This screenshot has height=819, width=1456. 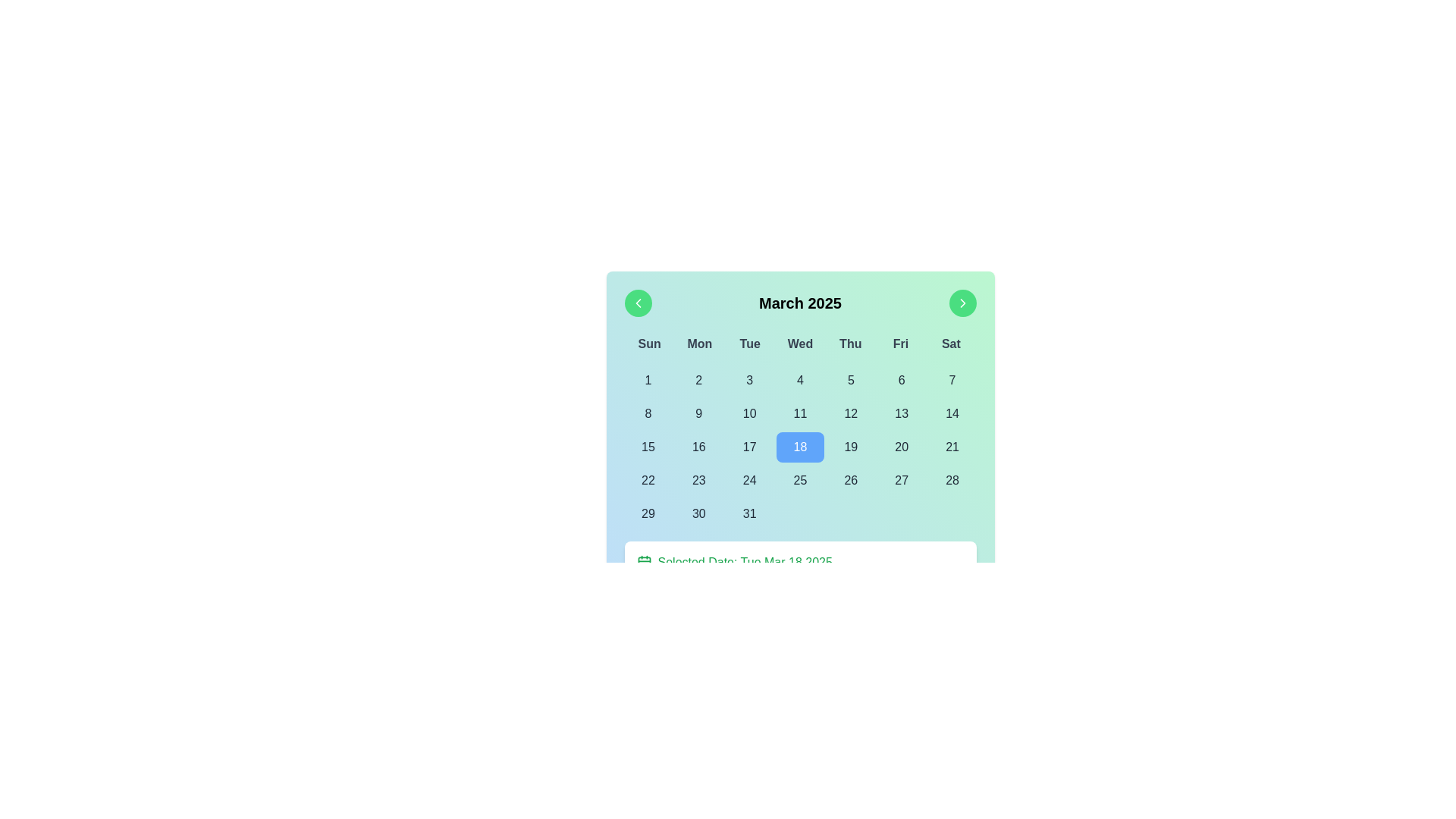 I want to click on the interactive clickable button representing a selectable day in the calendar interface, so click(x=648, y=414).